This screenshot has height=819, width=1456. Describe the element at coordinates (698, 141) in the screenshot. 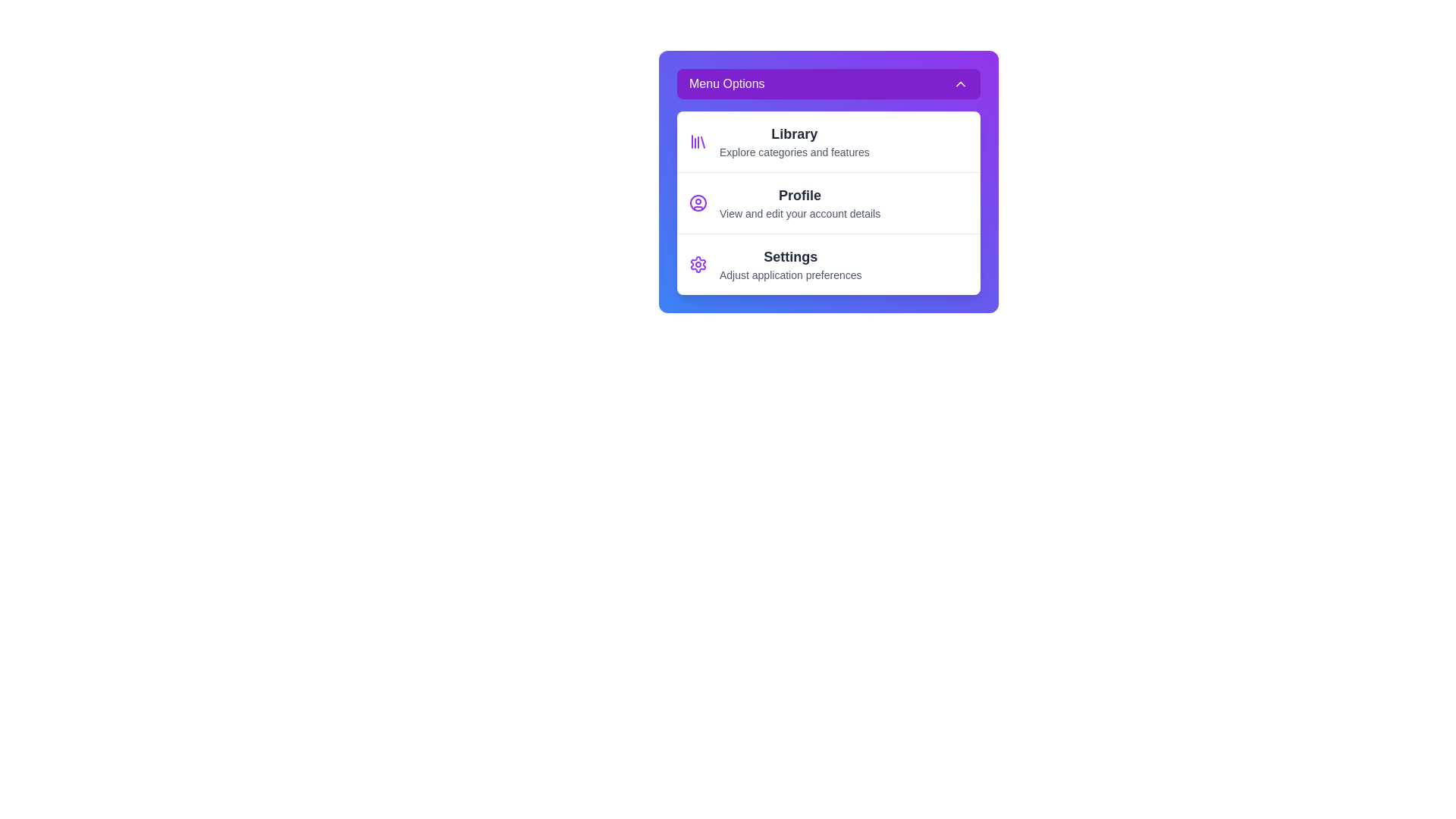

I see `the 'Library' icon, which is the leftmost component of the first row in the purple-bordered menu panel, preceding the text 'Library'` at that location.